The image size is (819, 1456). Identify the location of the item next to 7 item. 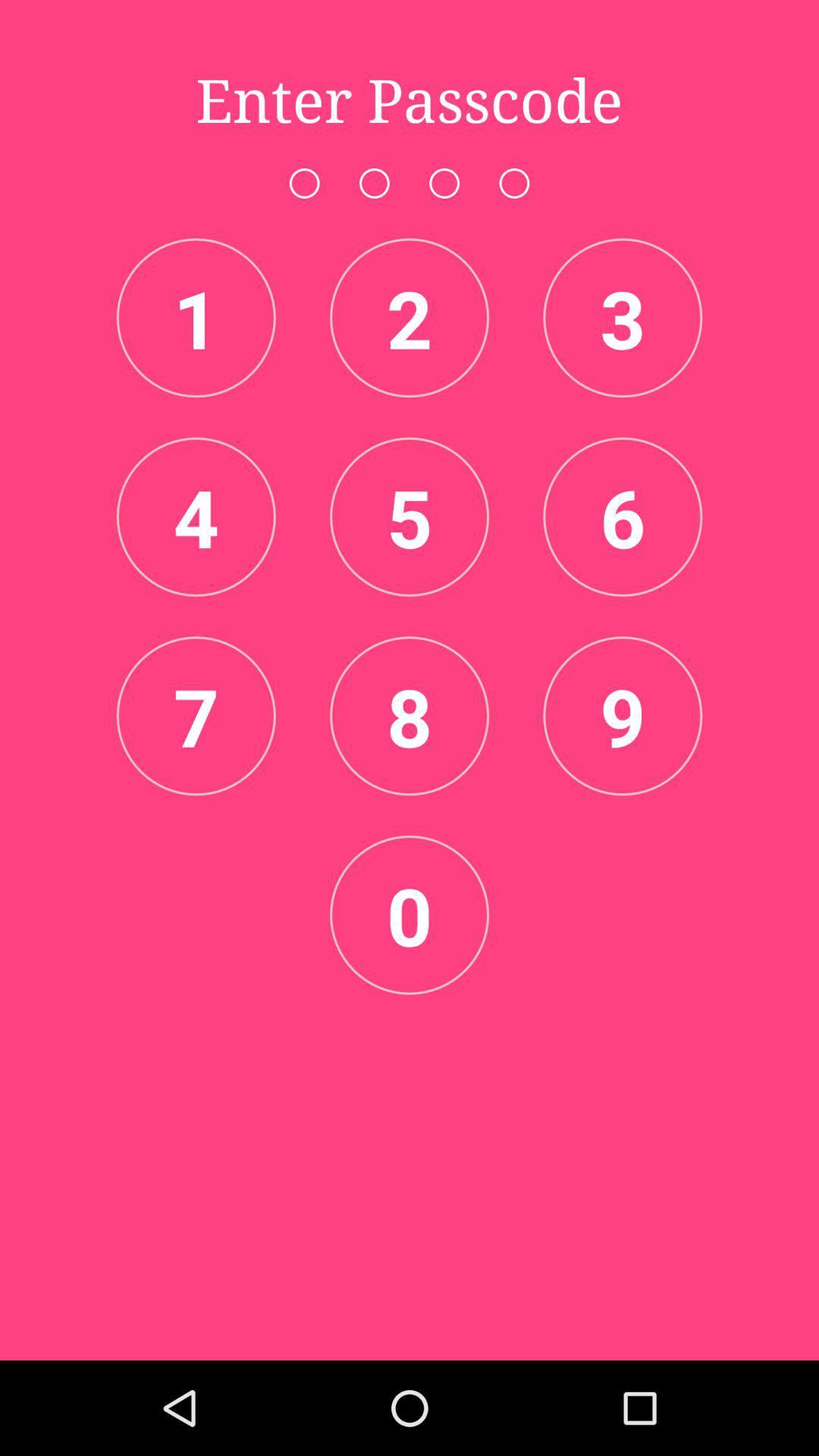
(409, 715).